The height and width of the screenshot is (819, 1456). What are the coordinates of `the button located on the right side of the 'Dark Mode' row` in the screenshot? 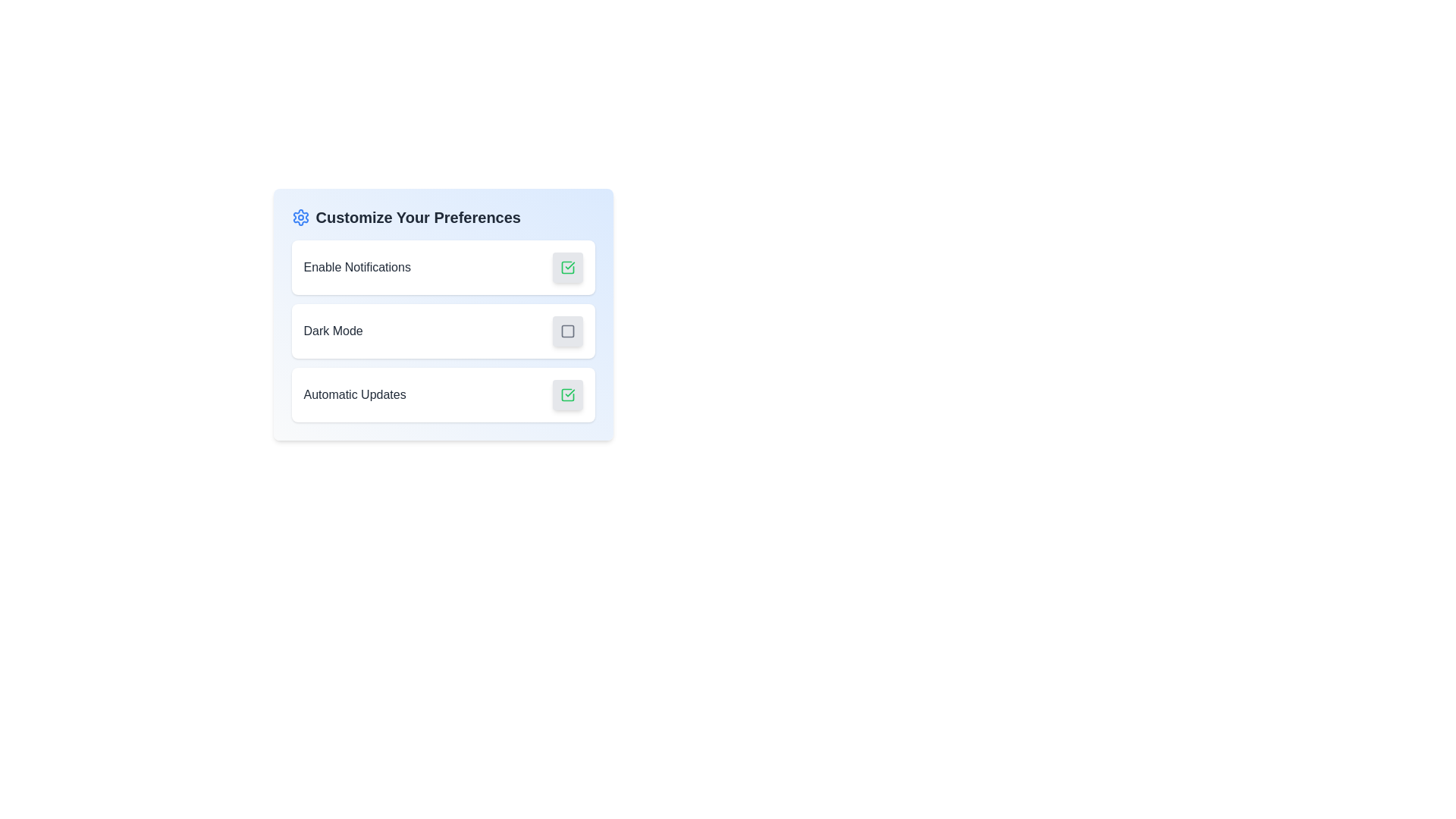 It's located at (566, 330).